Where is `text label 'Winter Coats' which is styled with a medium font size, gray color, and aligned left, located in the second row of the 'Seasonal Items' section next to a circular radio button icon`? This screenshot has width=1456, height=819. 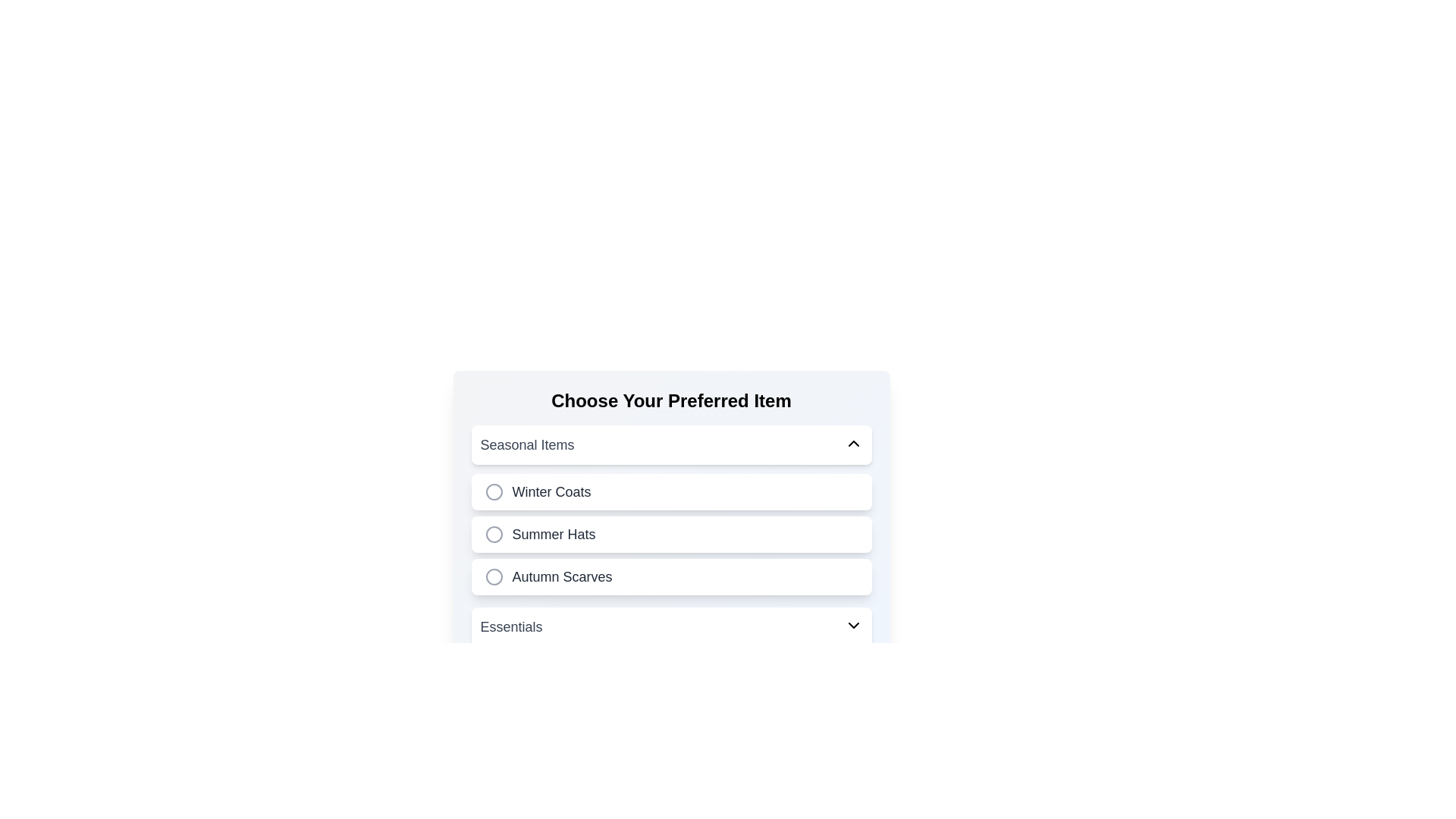 text label 'Winter Coats' which is styled with a medium font size, gray color, and aligned left, located in the second row of the 'Seasonal Items' section next to a circular radio button icon is located at coordinates (551, 491).